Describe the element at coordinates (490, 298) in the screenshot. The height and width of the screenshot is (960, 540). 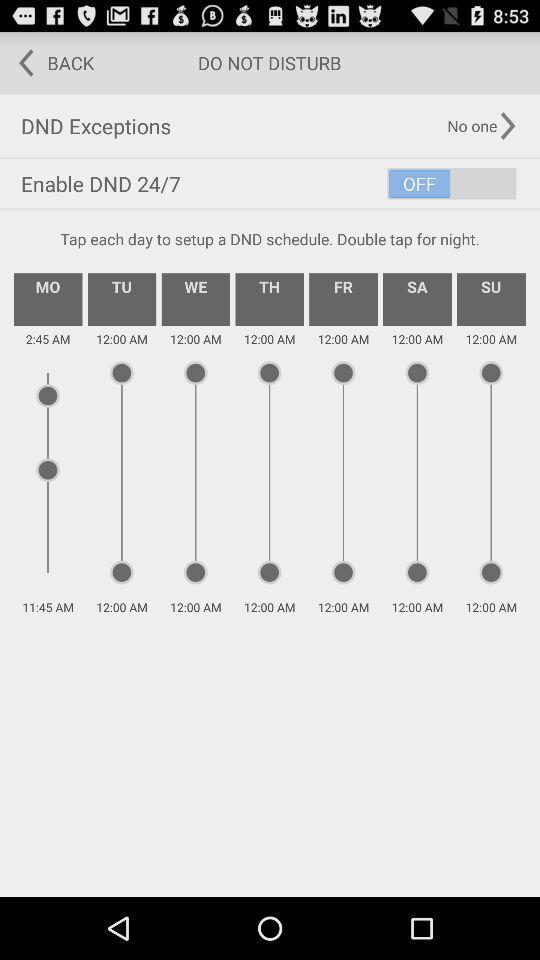
I see `the app above the 12:00 am app` at that location.